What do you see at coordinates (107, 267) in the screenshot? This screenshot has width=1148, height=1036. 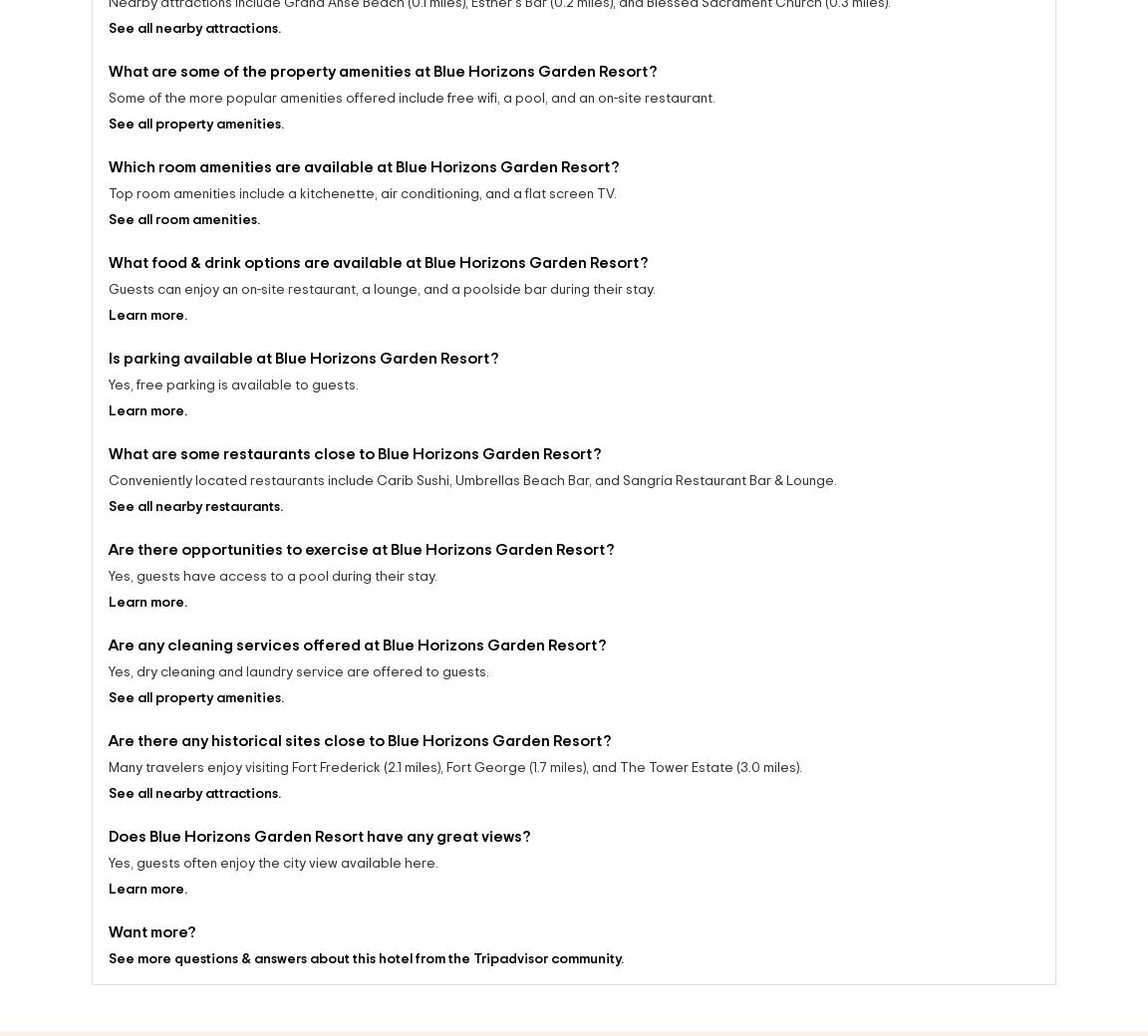 I see `'What food & drink options are available at Blue Horizons Garden Resort?'` at bounding box center [107, 267].